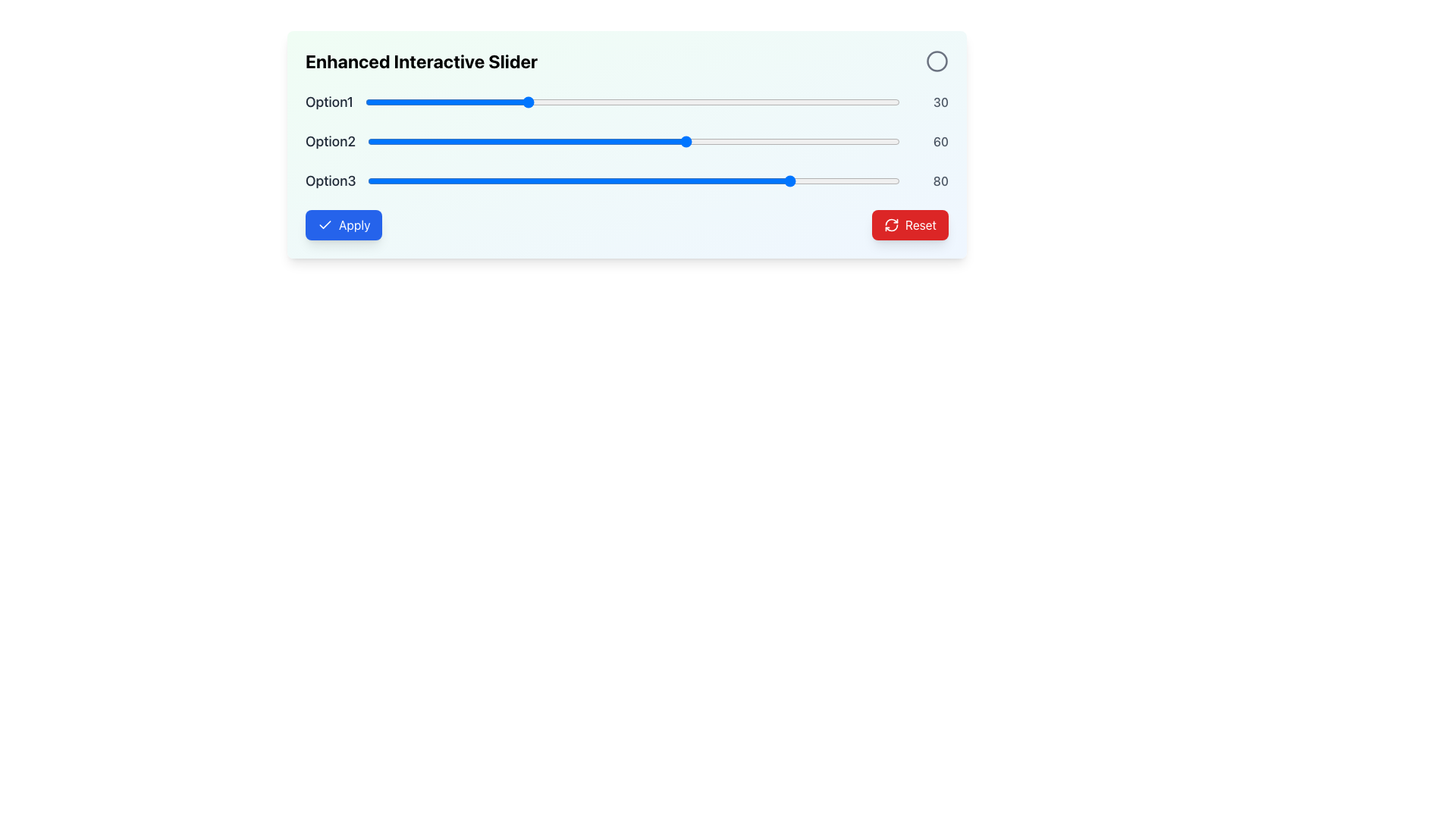 This screenshot has width=1456, height=819. Describe the element at coordinates (463, 141) in the screenshot. I see `the slider for 'Option2'` at that location.